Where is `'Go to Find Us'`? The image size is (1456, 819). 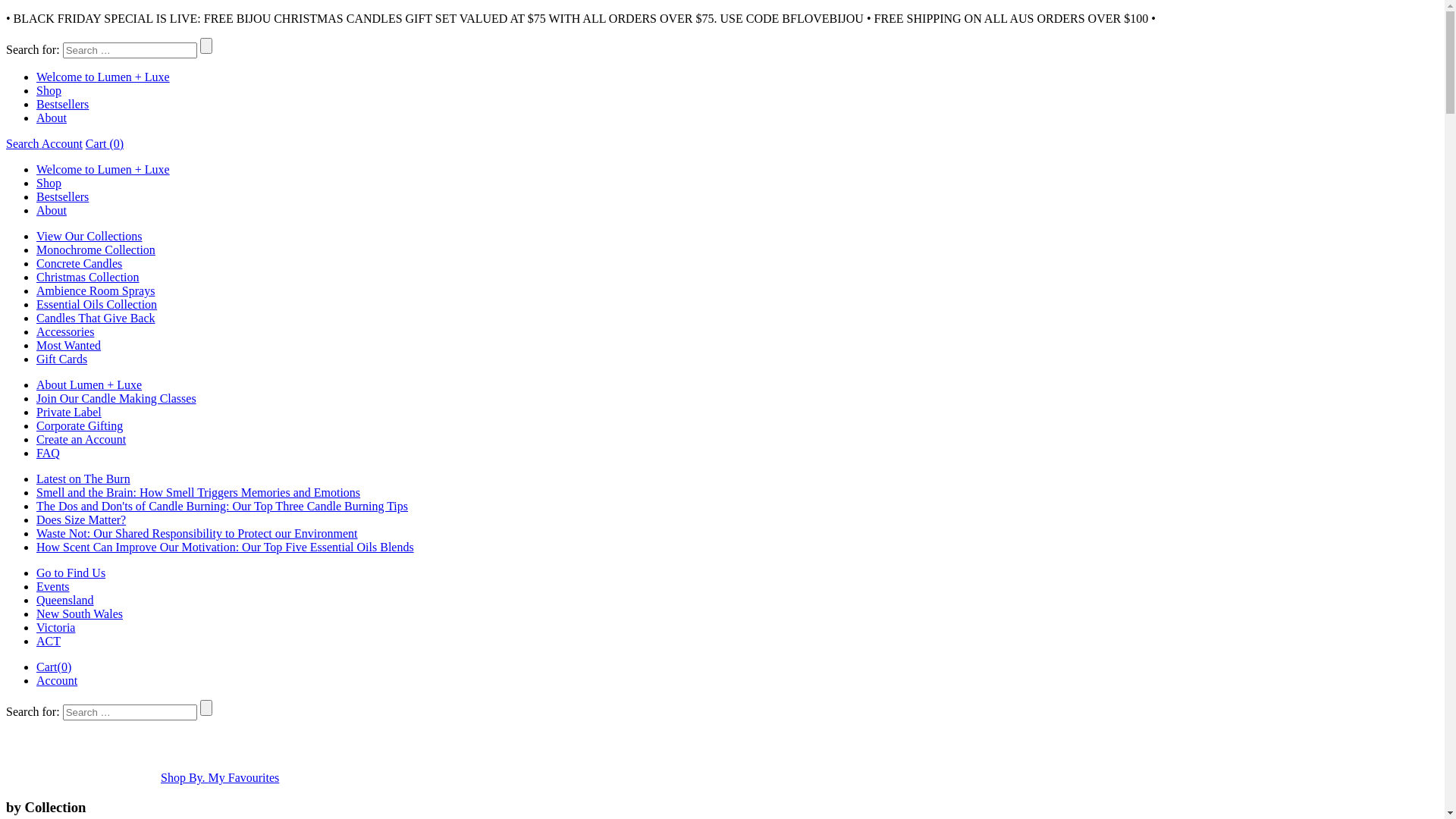
'Go to Find Us' is located at coordinates (70, 573).